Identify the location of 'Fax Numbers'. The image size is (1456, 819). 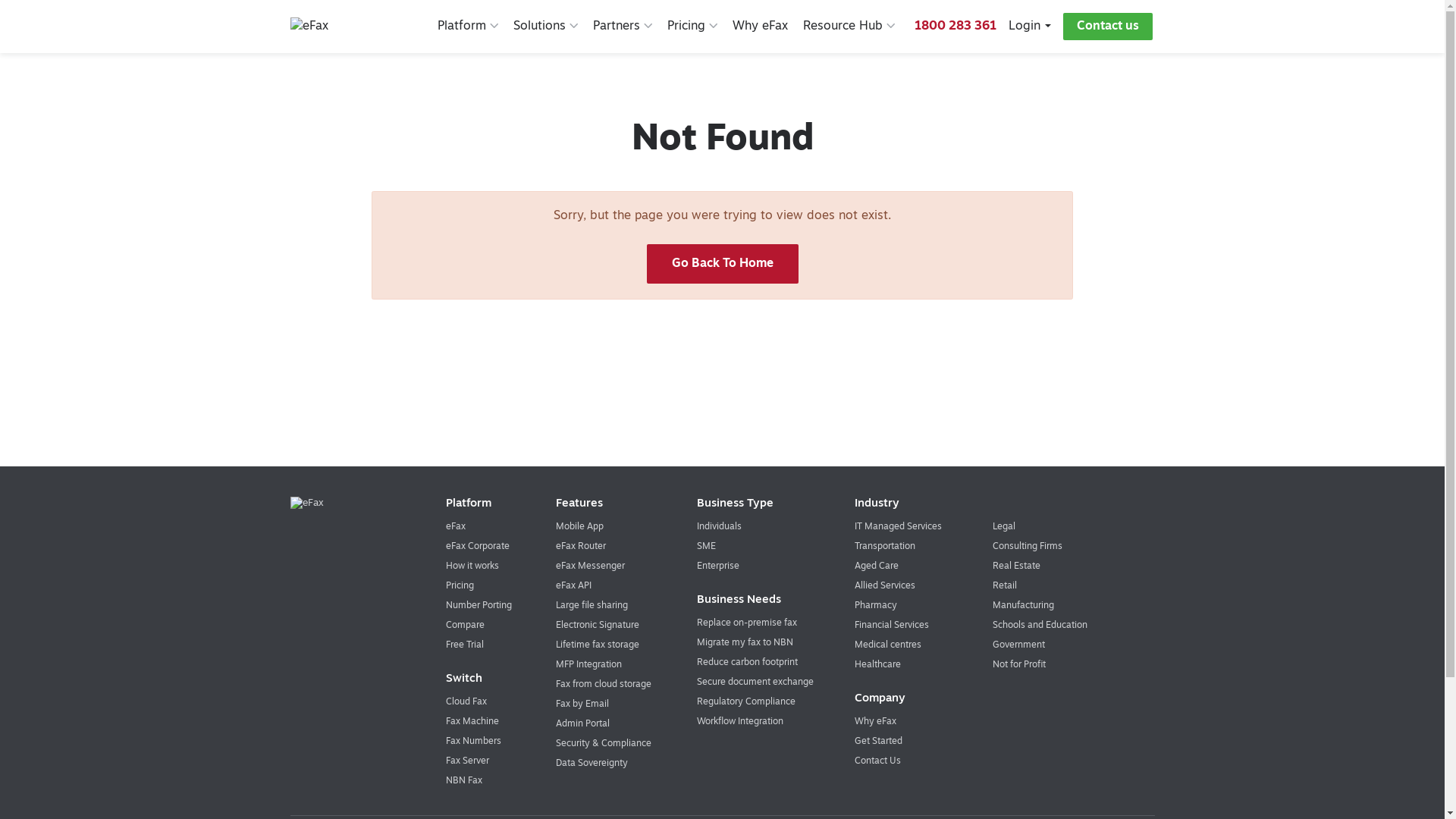
(445, 741).